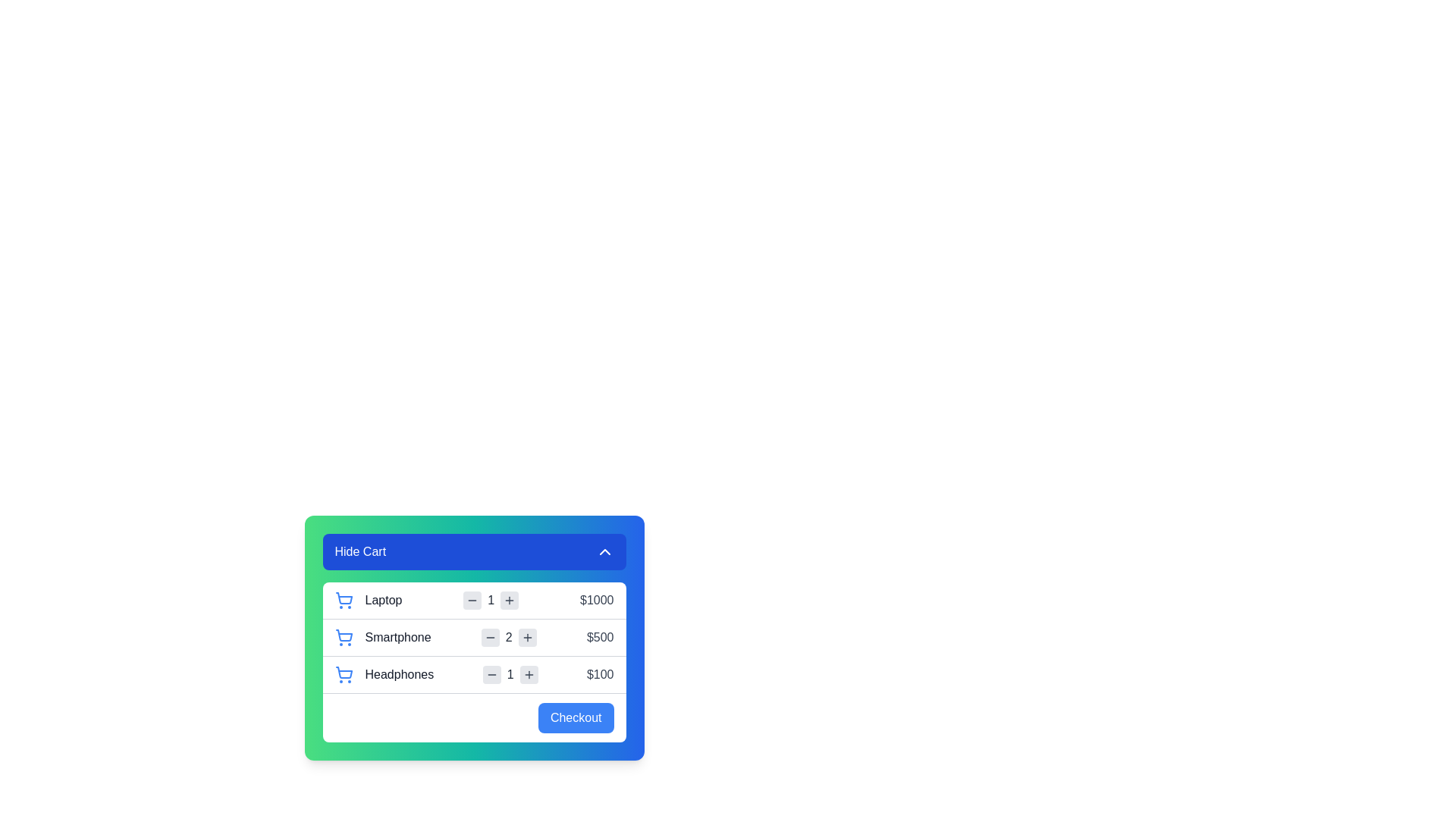  Describe the element at coordinates (398, 637) in the screenshot. I see `the text label identifying the second item in the shopping cart` at that location.